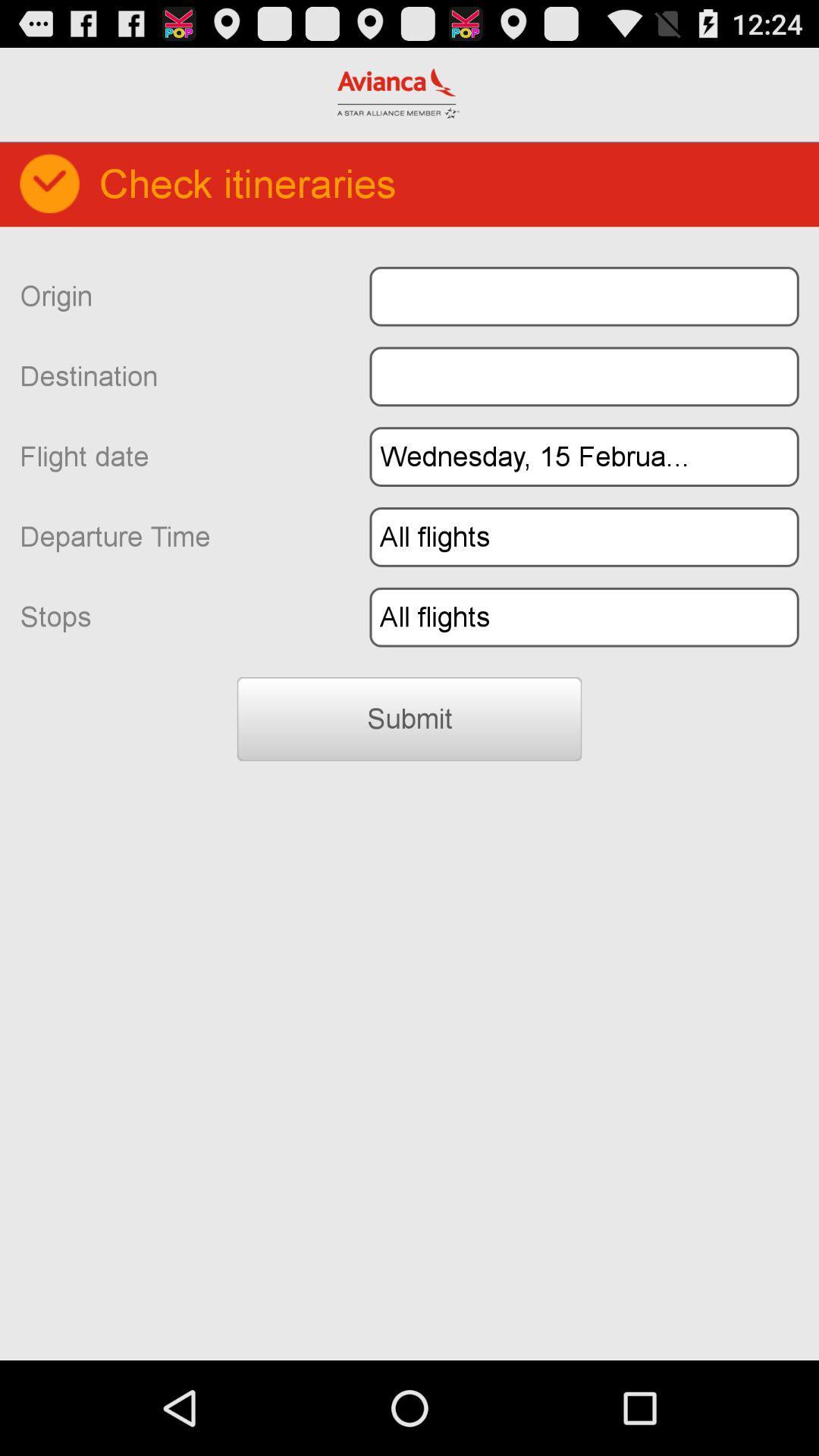  Describe the element at coordinates (583, 297) in the screenshot. I see `the item to the right of the origin icon` at that location.